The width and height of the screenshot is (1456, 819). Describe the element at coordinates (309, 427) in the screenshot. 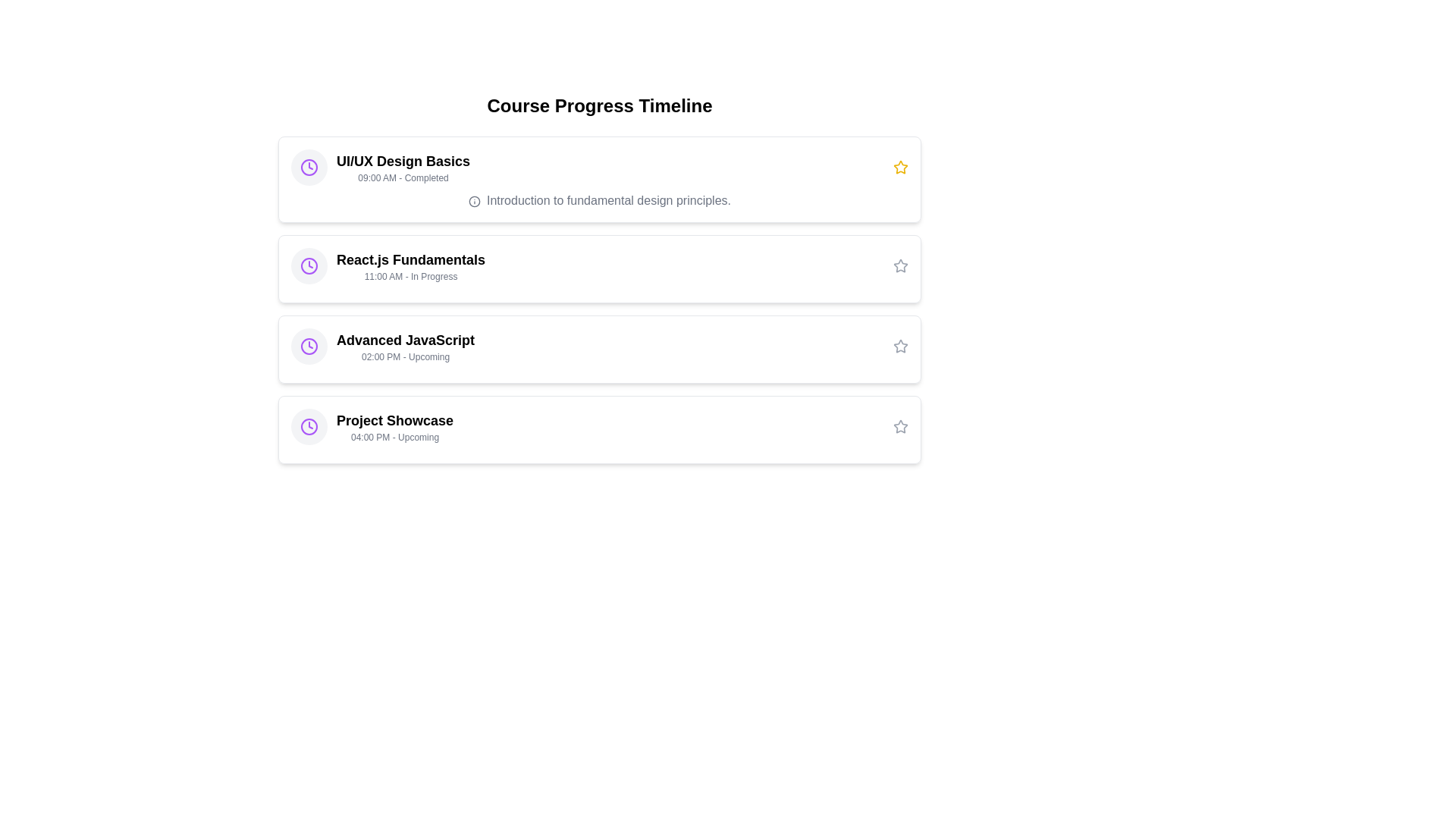

I see `the clock icon representing the scheduled time for the 'Project Showcase' event located at the start of its row` at that location.